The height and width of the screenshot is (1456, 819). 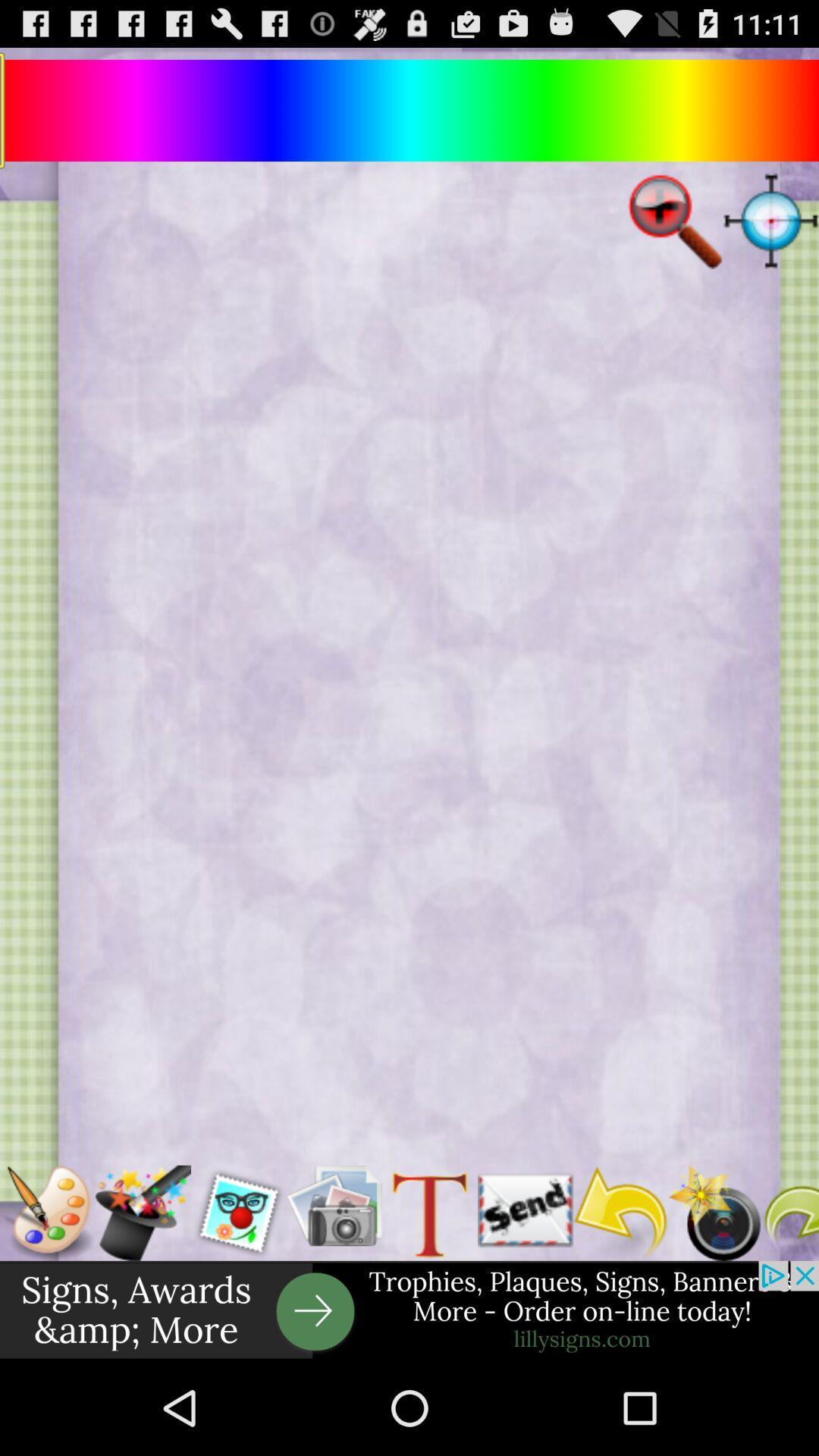 What do you see at coordinates (430, 1298) in the screenshot?
I see `the font icon` at bounding box center [430, 1298].